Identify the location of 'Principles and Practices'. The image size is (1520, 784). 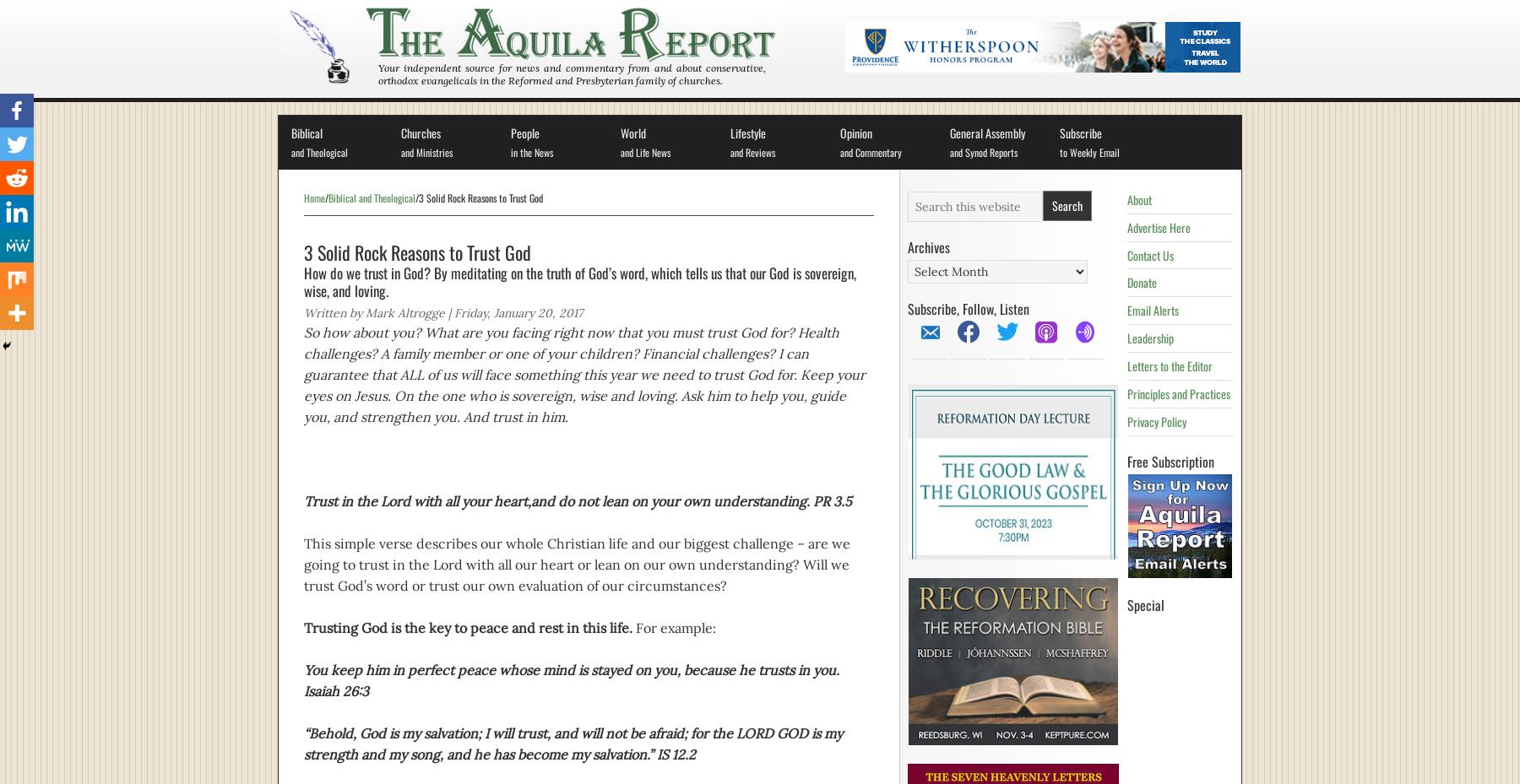
(1178, 392).